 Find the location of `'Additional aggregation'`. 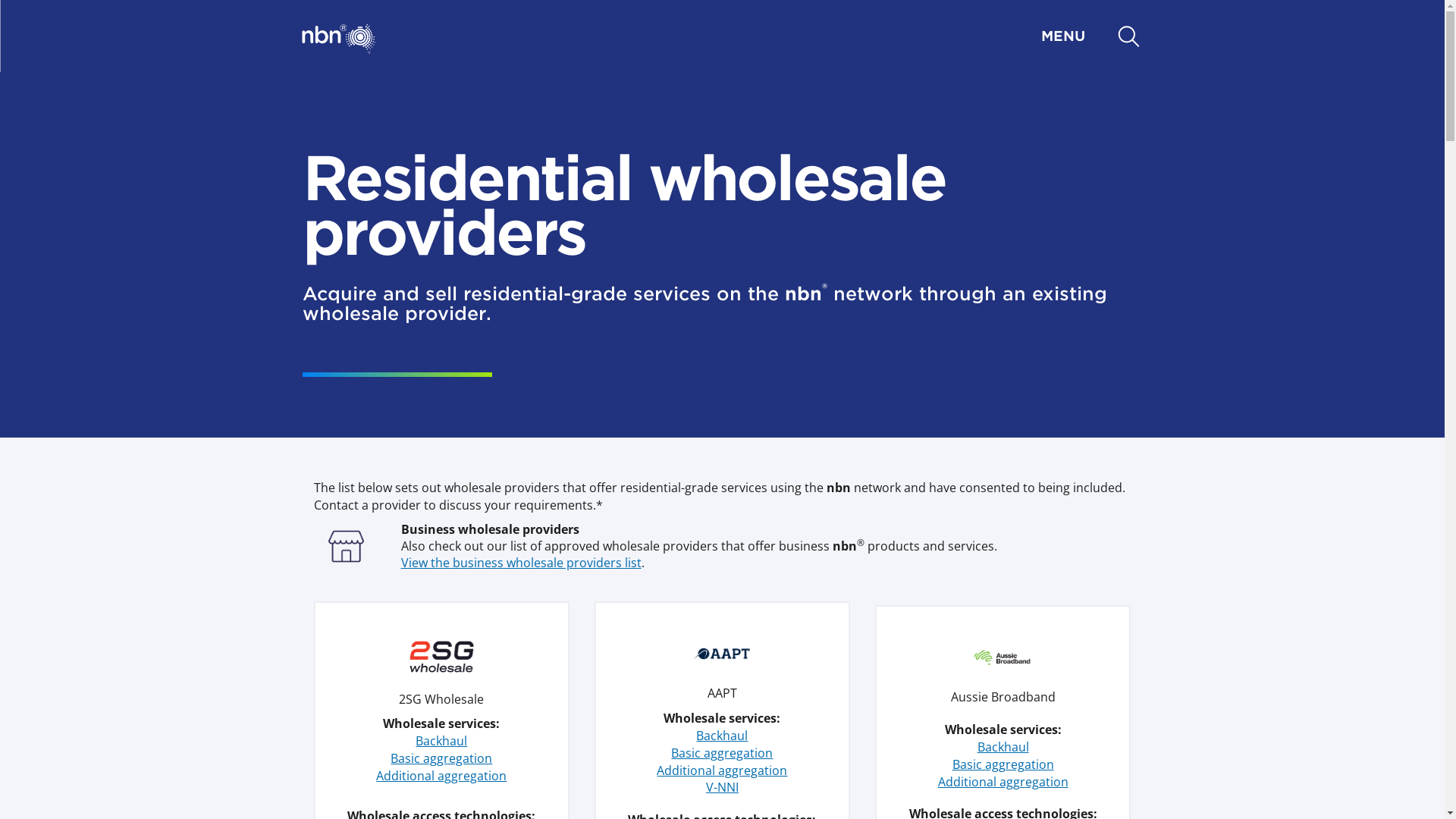

'Additional aggregation' is located at coordinates (1003, 781).